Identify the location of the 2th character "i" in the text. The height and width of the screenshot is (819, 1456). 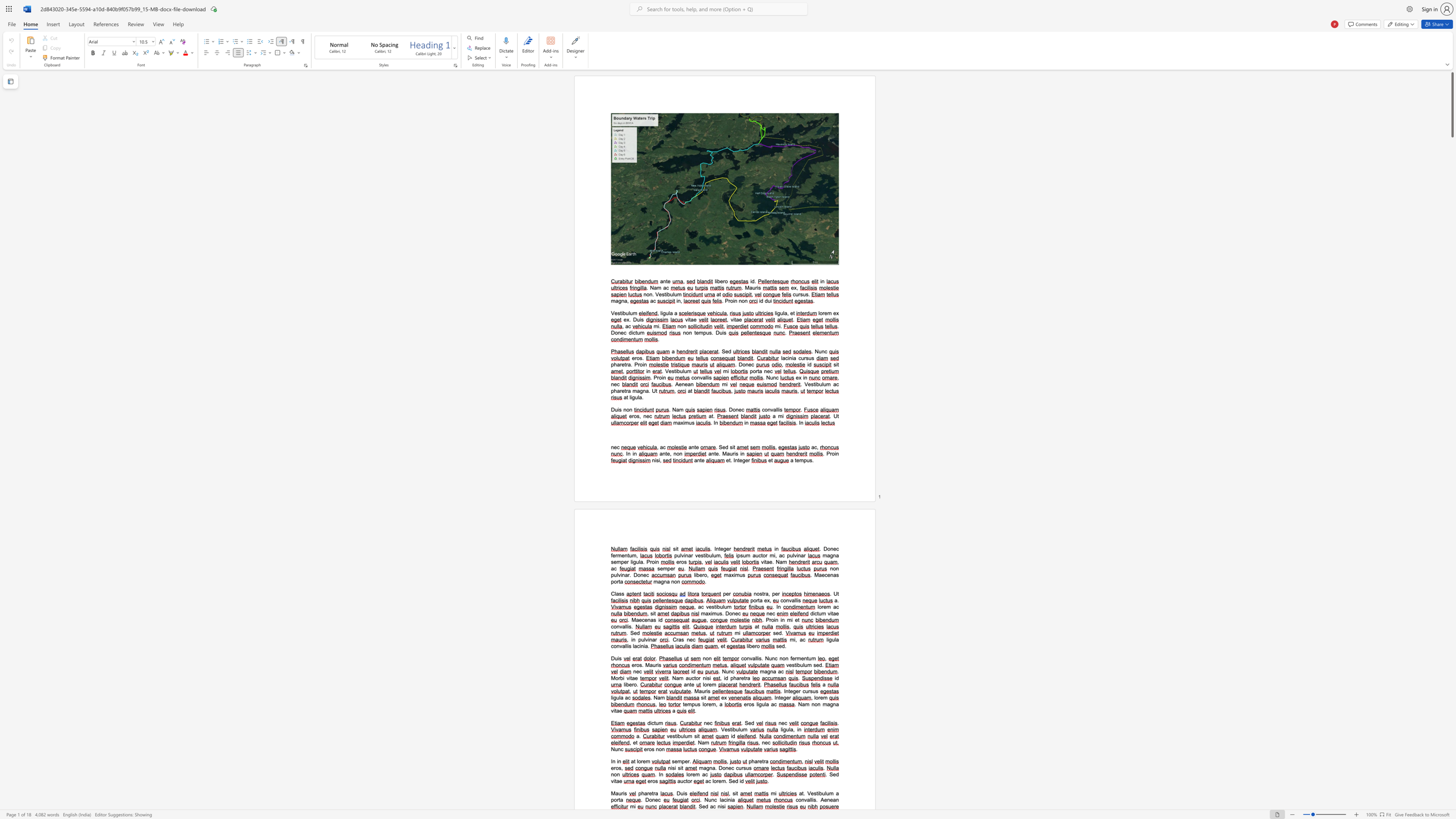
(724, 806).